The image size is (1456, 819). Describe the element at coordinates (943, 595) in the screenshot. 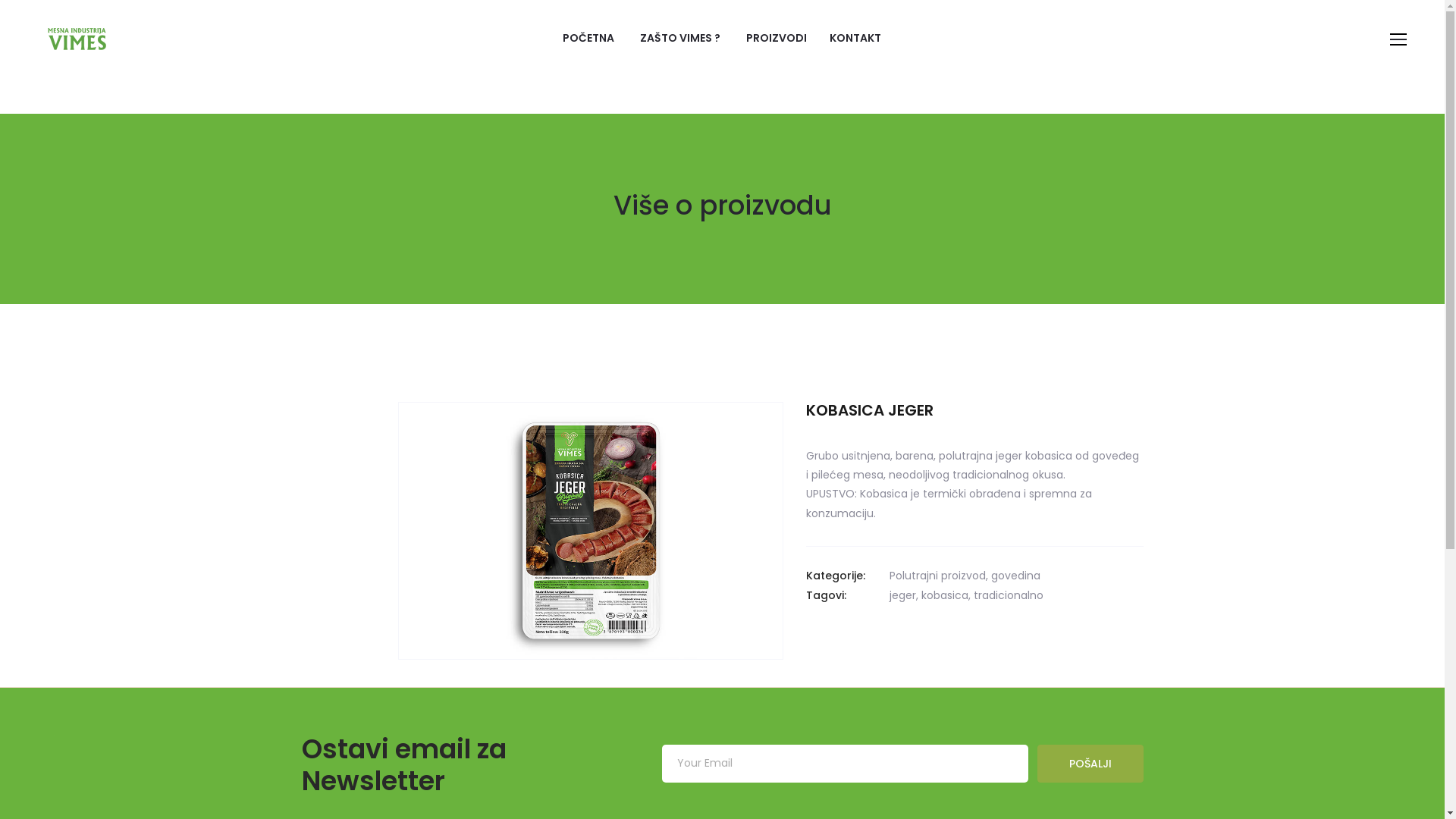

I see `'kobasica'` at that location.